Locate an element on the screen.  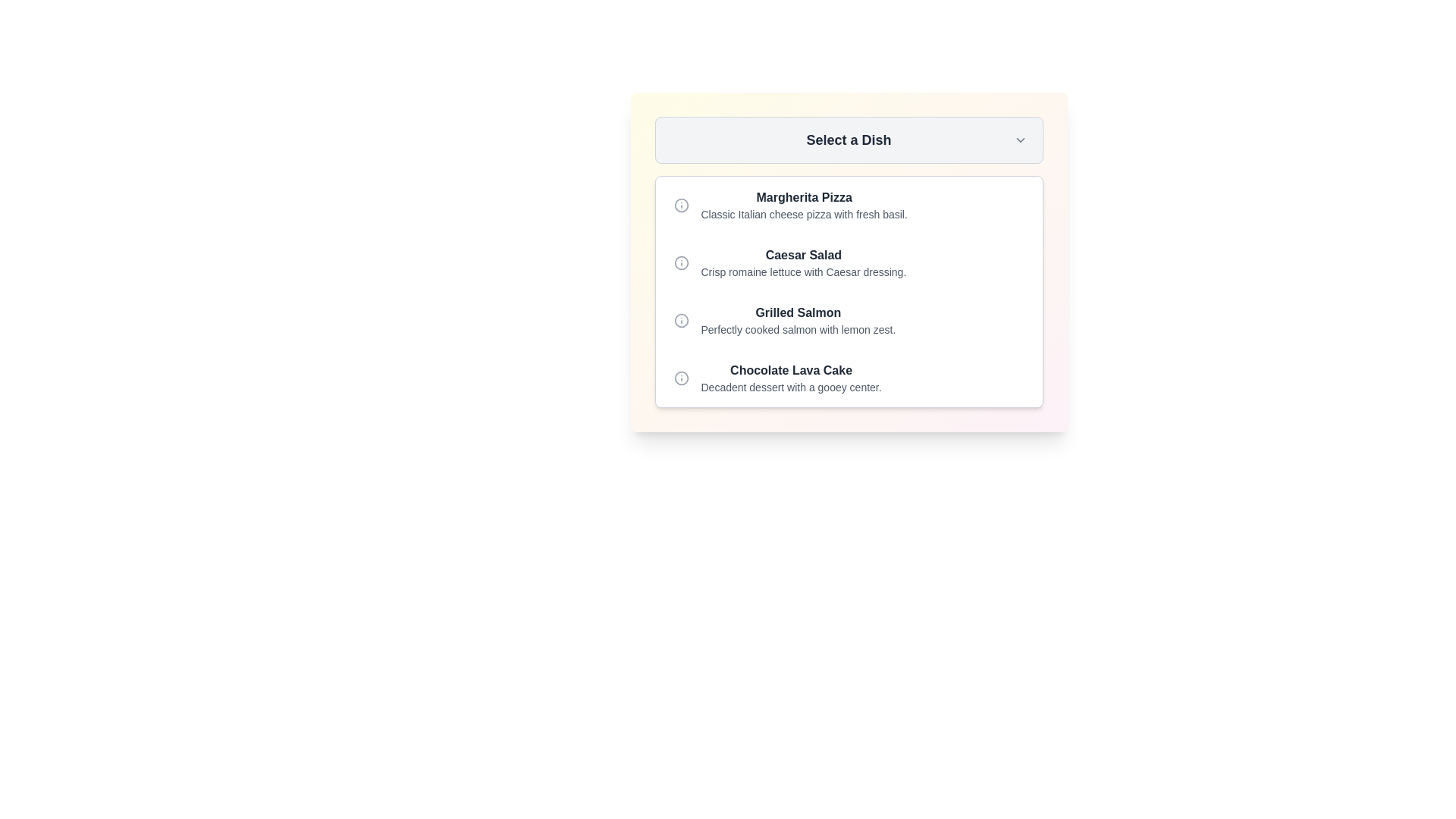
the text label 'Crisp romaine lettuce with Caesar dressing.' which is the second option in the menu under 'Select a Dish' is located at coordinates (802, 262).